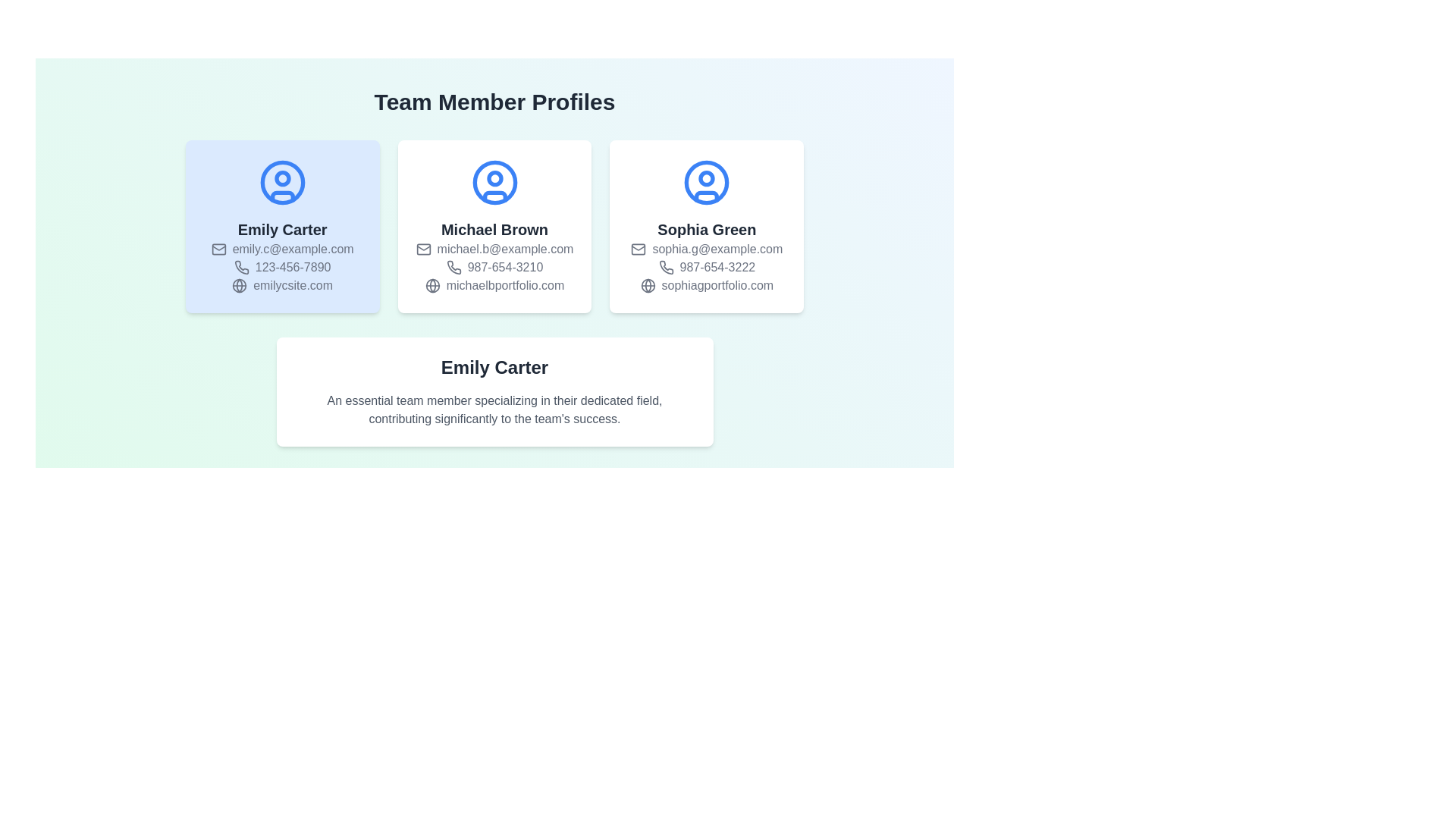 This screenshot has height=819, width=1456. I want to click on the Information card that displays an individual’s profile, located in the center of a grid layout with 'Emily Carter' on the left and 'Sophia Green' on the right, so click(494, 227).